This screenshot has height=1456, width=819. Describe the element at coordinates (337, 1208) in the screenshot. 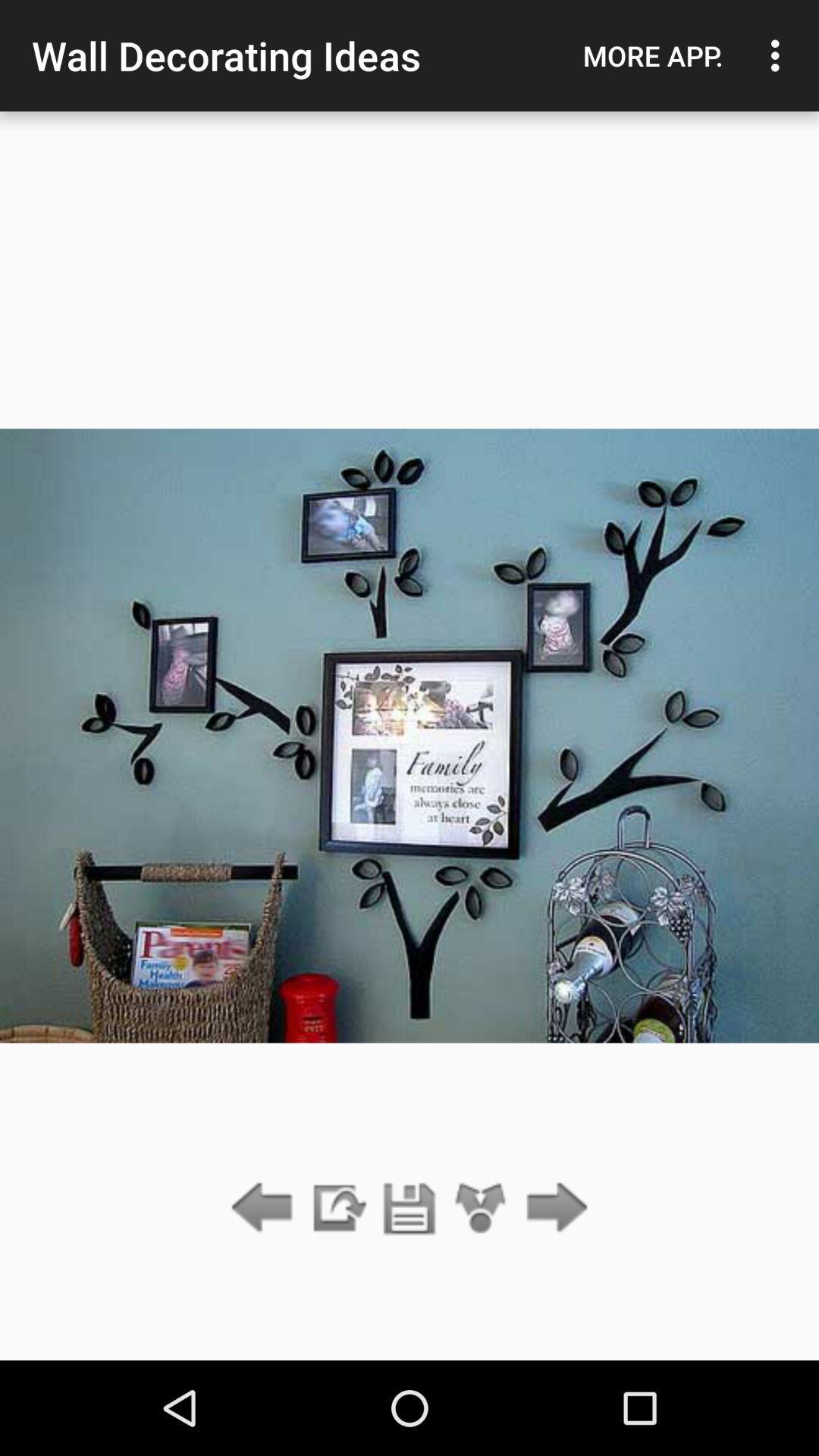

I see `the launch icon` at that location.